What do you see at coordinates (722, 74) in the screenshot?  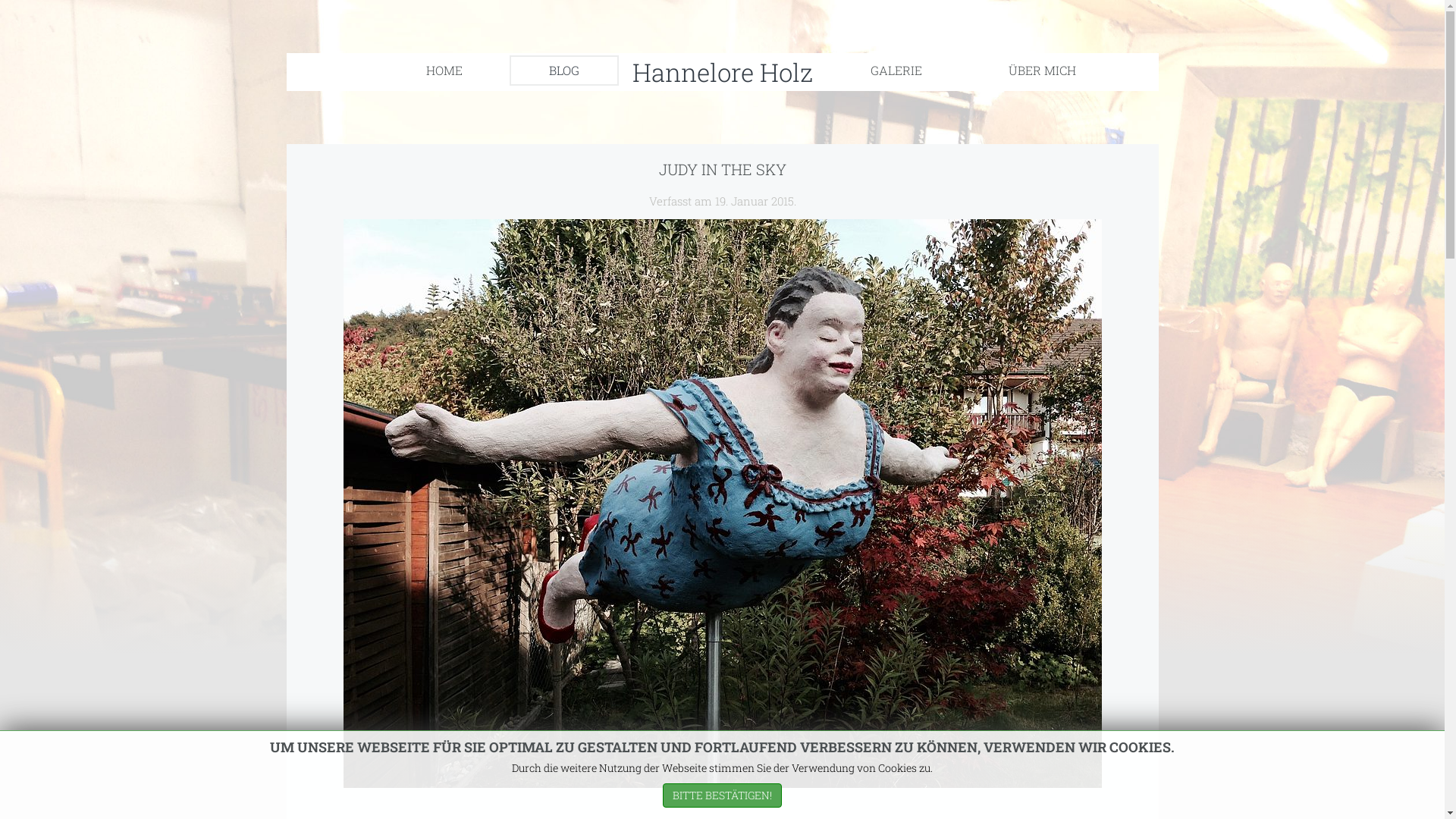 I see `'Hannelore Holz'` at bounding box center [722, 74].